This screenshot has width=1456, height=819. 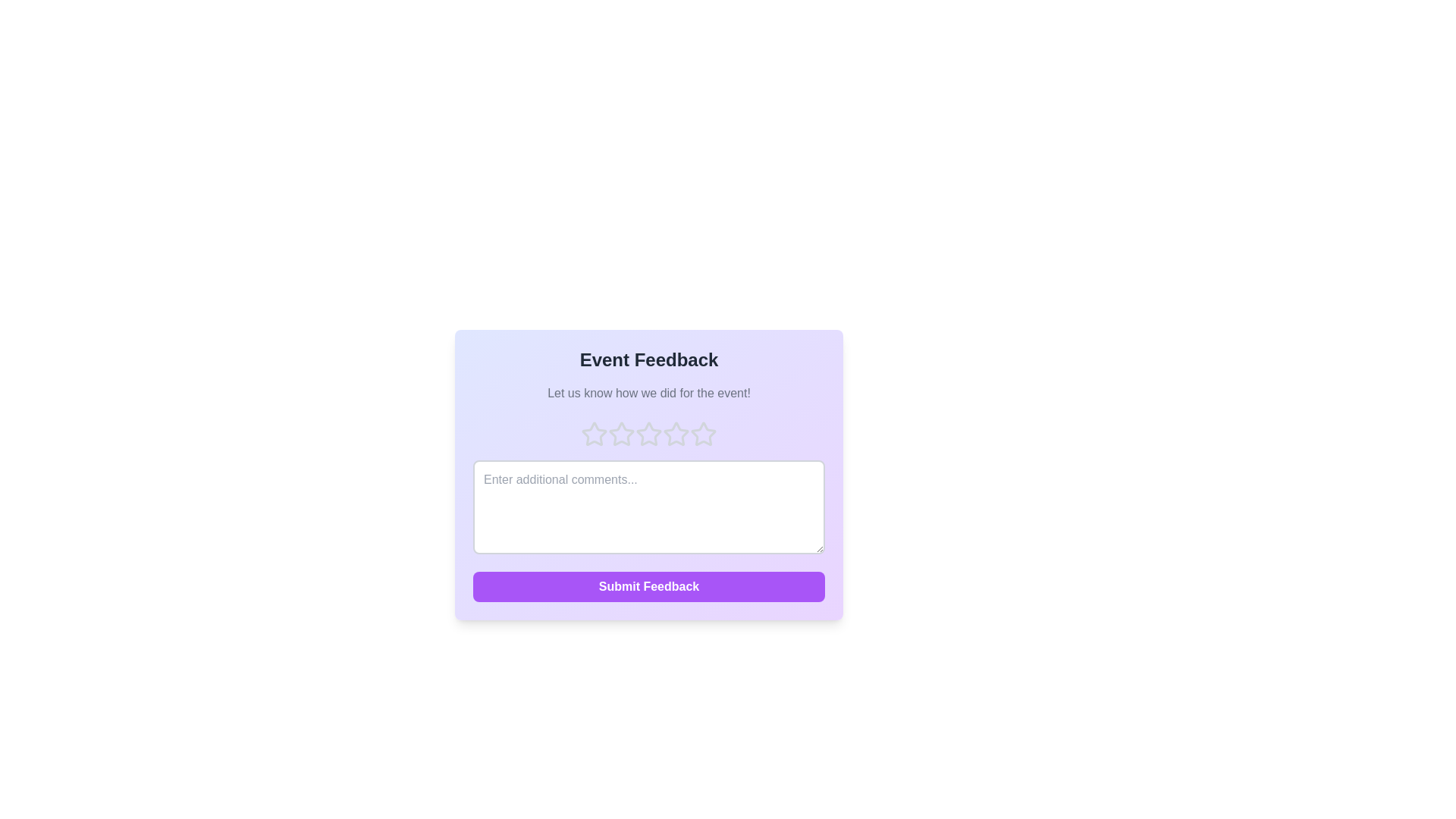 I want to click on the third star, so click(x=648, y=434).